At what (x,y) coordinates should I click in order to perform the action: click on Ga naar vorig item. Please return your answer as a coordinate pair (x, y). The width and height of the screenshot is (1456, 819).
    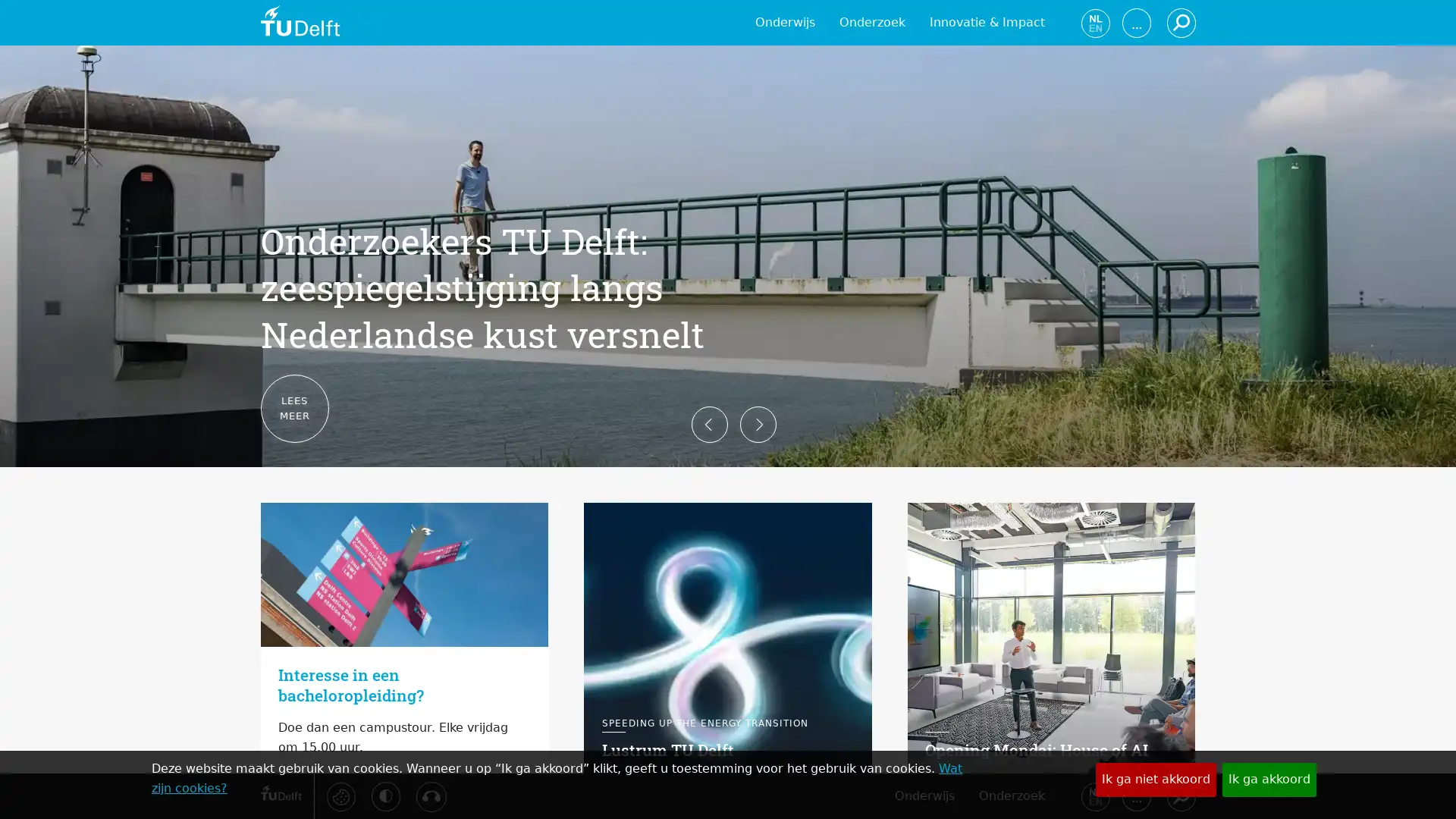
    Looking at the image, I should click on (236, 409).